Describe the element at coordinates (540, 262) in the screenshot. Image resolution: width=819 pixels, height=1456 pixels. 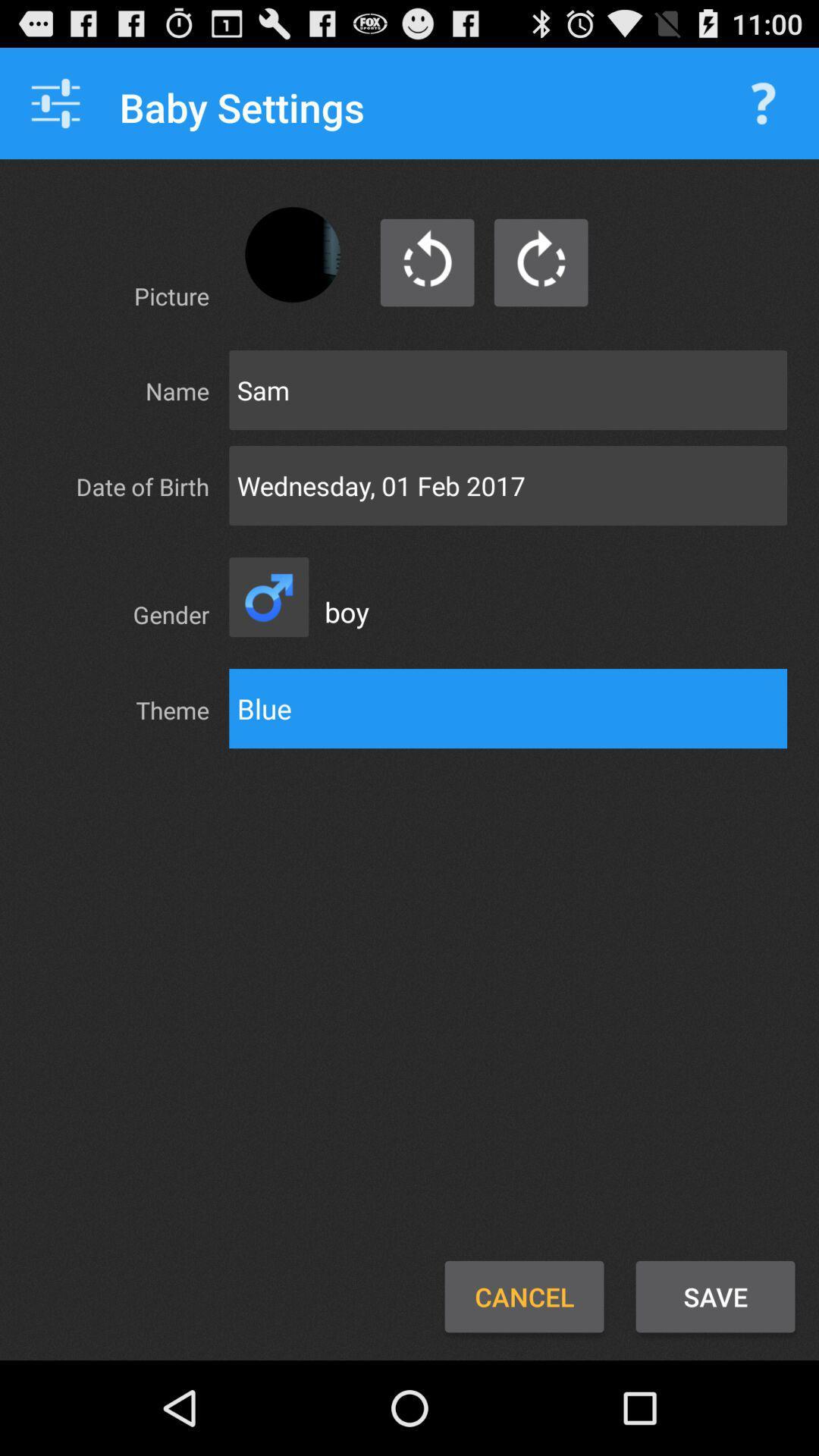
I see `tu pequeo siempre vigilado` at that location.